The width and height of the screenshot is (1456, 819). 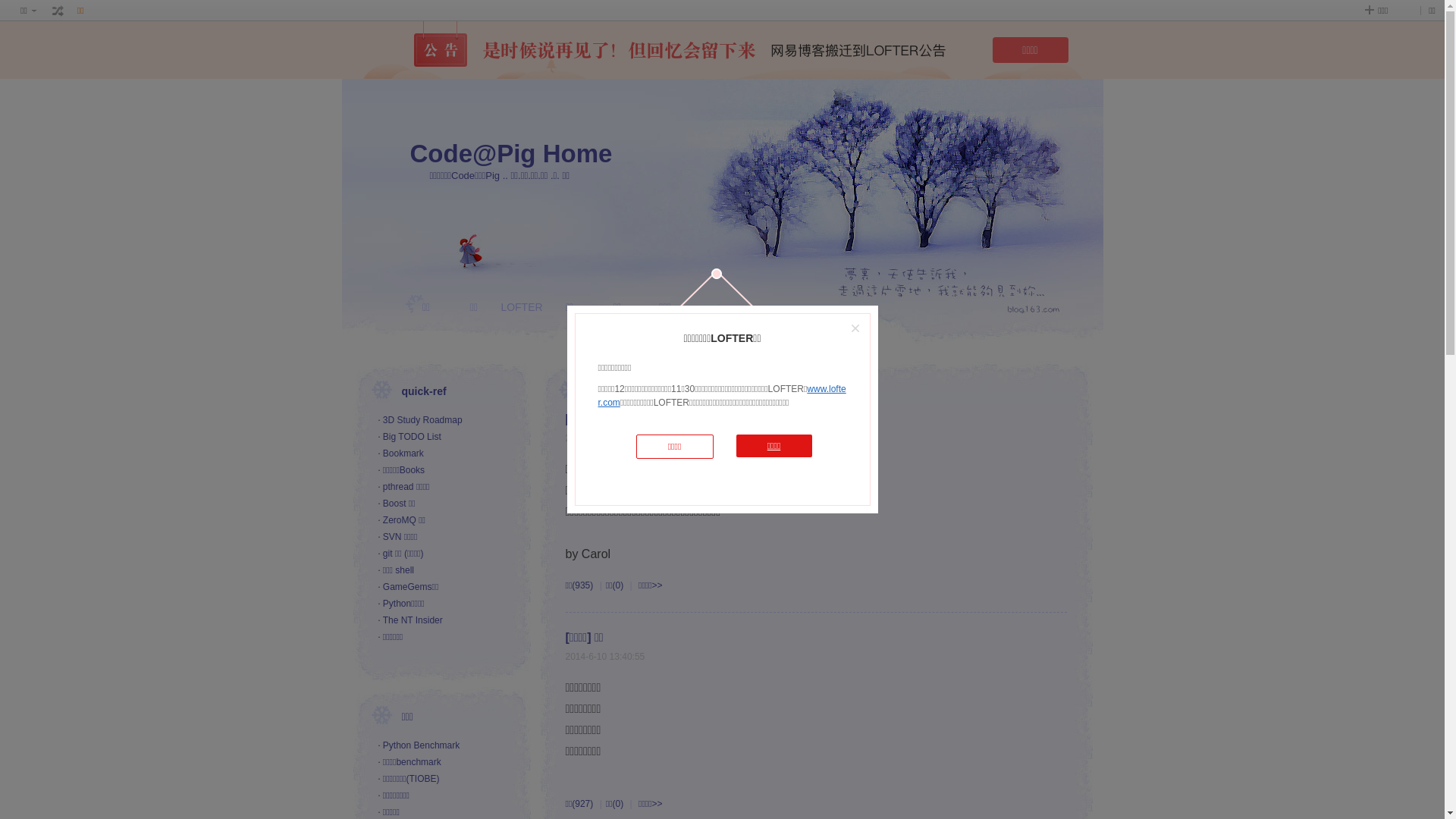 I want to click on ' ', so click(x=58, y=11).